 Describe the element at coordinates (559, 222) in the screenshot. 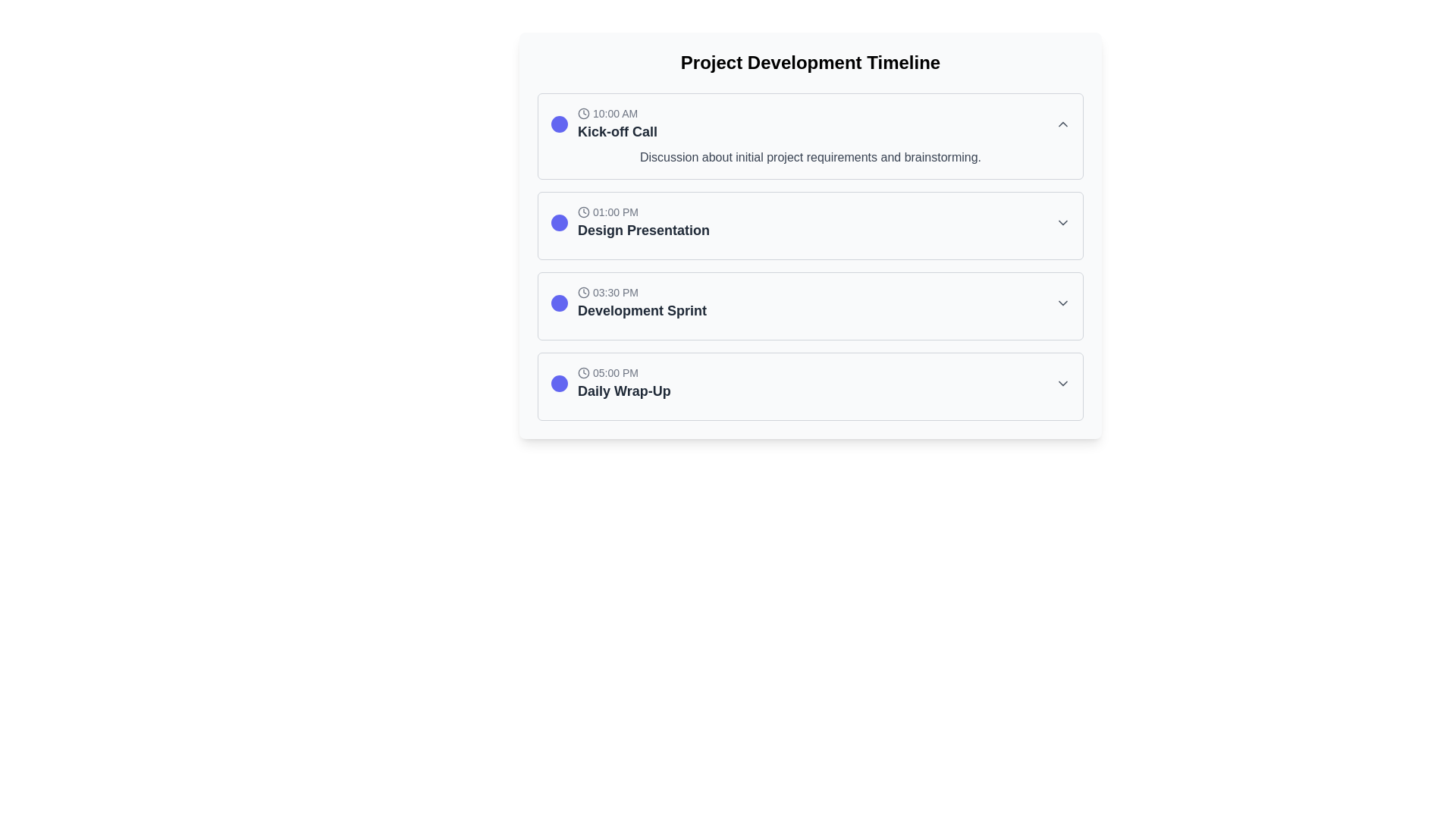

I see `the Circle graphic (SVG) representing an event in the 'Design Presentation' timeline, located to the left of the event's label` at that location.